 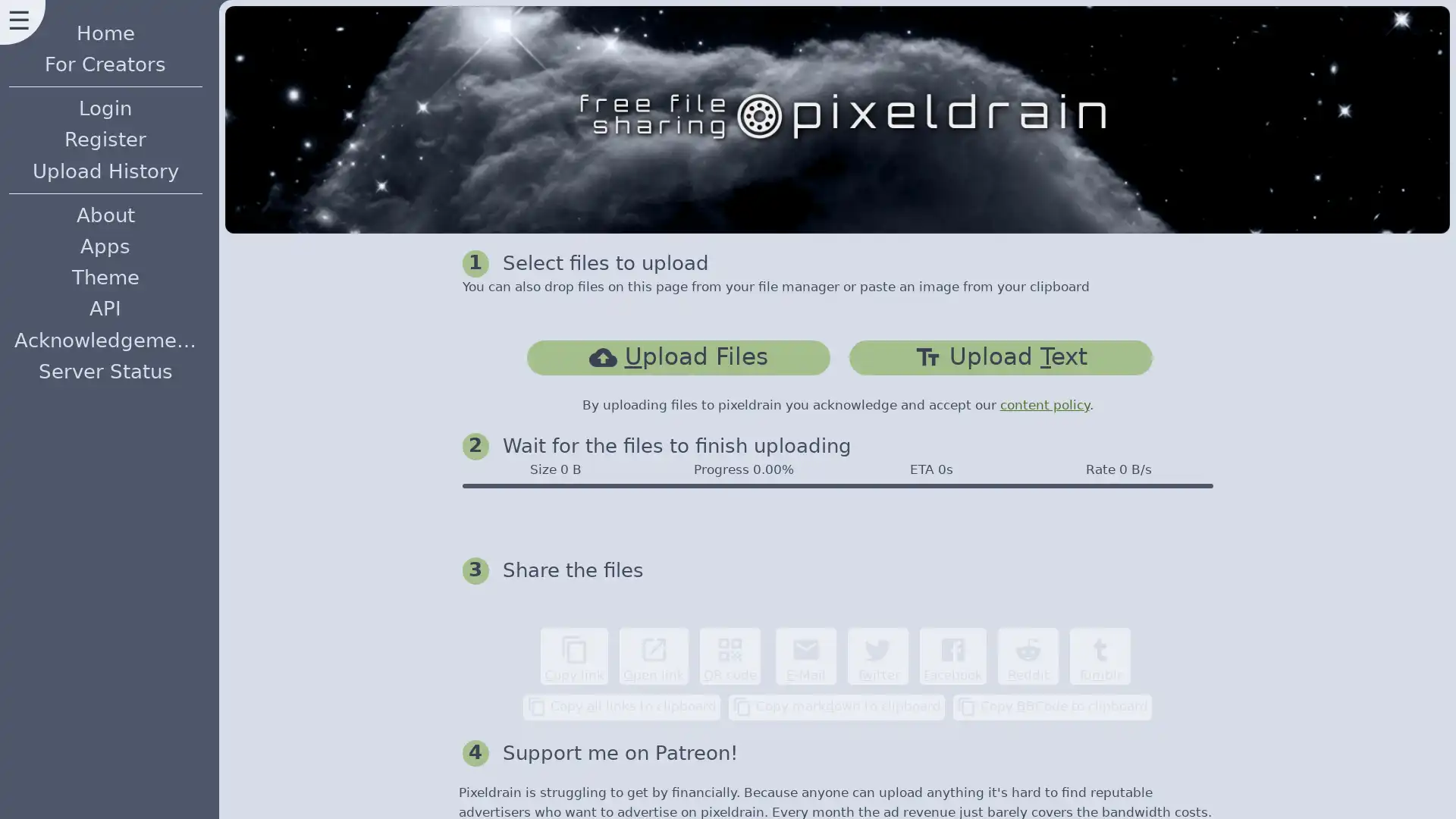 I want to click on content_copy Copy BBCode to clipboard, so click(x=1051, y=707).